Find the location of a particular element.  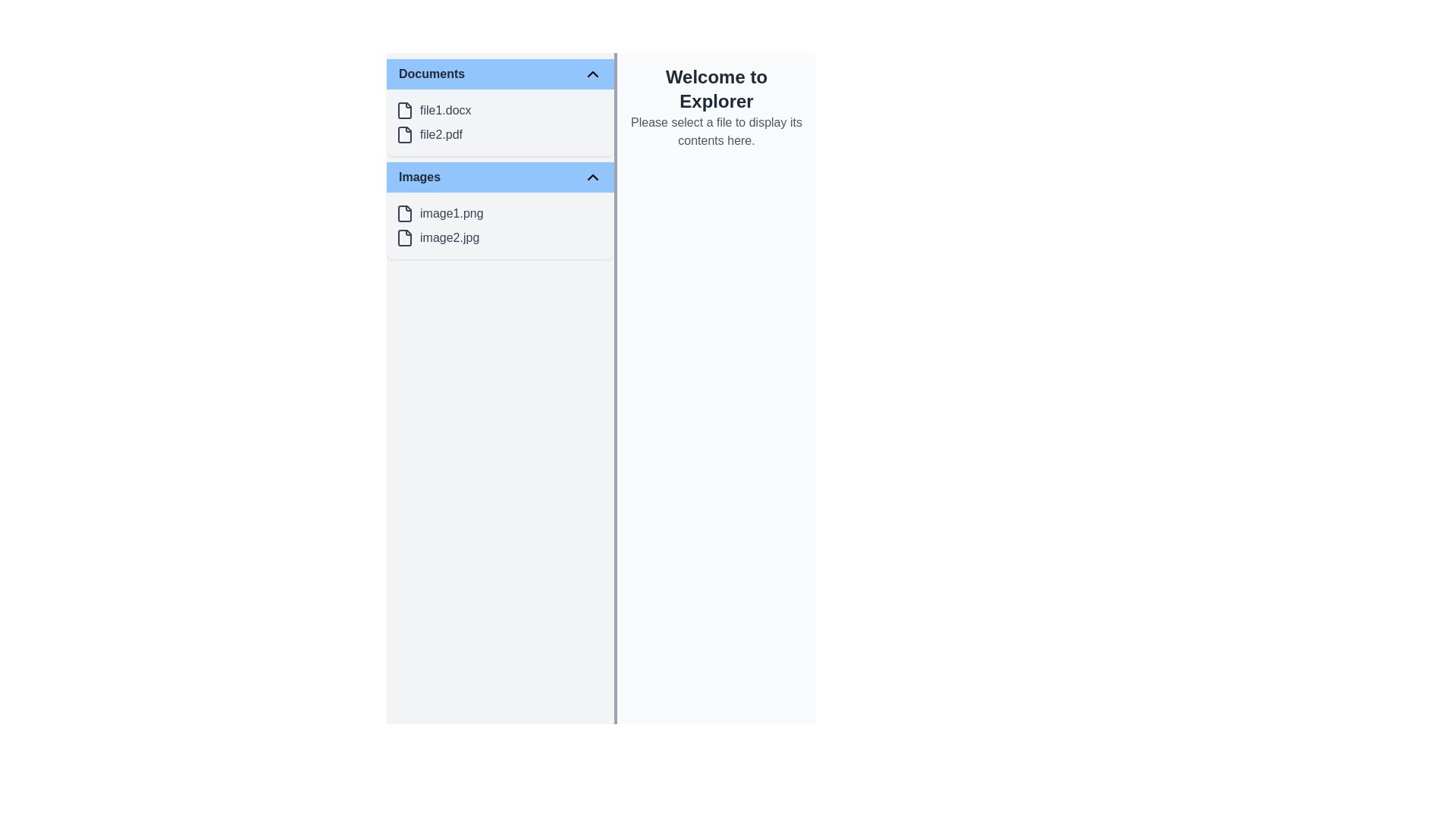

the file icon representing 'file1.docx' located in the upper section of the left-hand pane under the 'Documents' section is located at coordinates (404, 110).